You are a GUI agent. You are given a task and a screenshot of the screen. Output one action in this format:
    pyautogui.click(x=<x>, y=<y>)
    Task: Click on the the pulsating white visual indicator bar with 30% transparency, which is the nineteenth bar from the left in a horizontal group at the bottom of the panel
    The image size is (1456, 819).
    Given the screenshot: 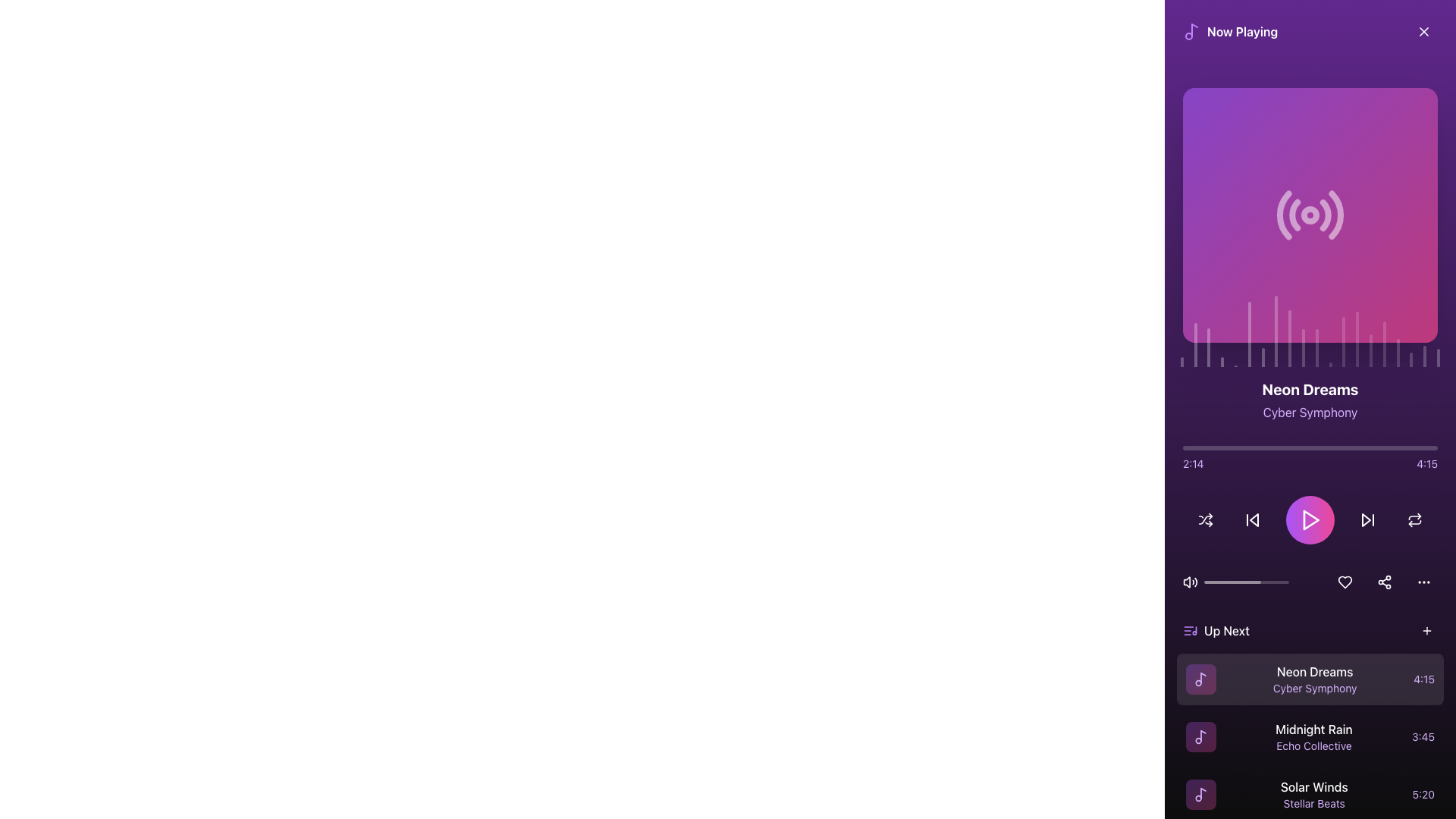 What is the action you would take?
    pyautogui.click(x=1424, y=356)
    